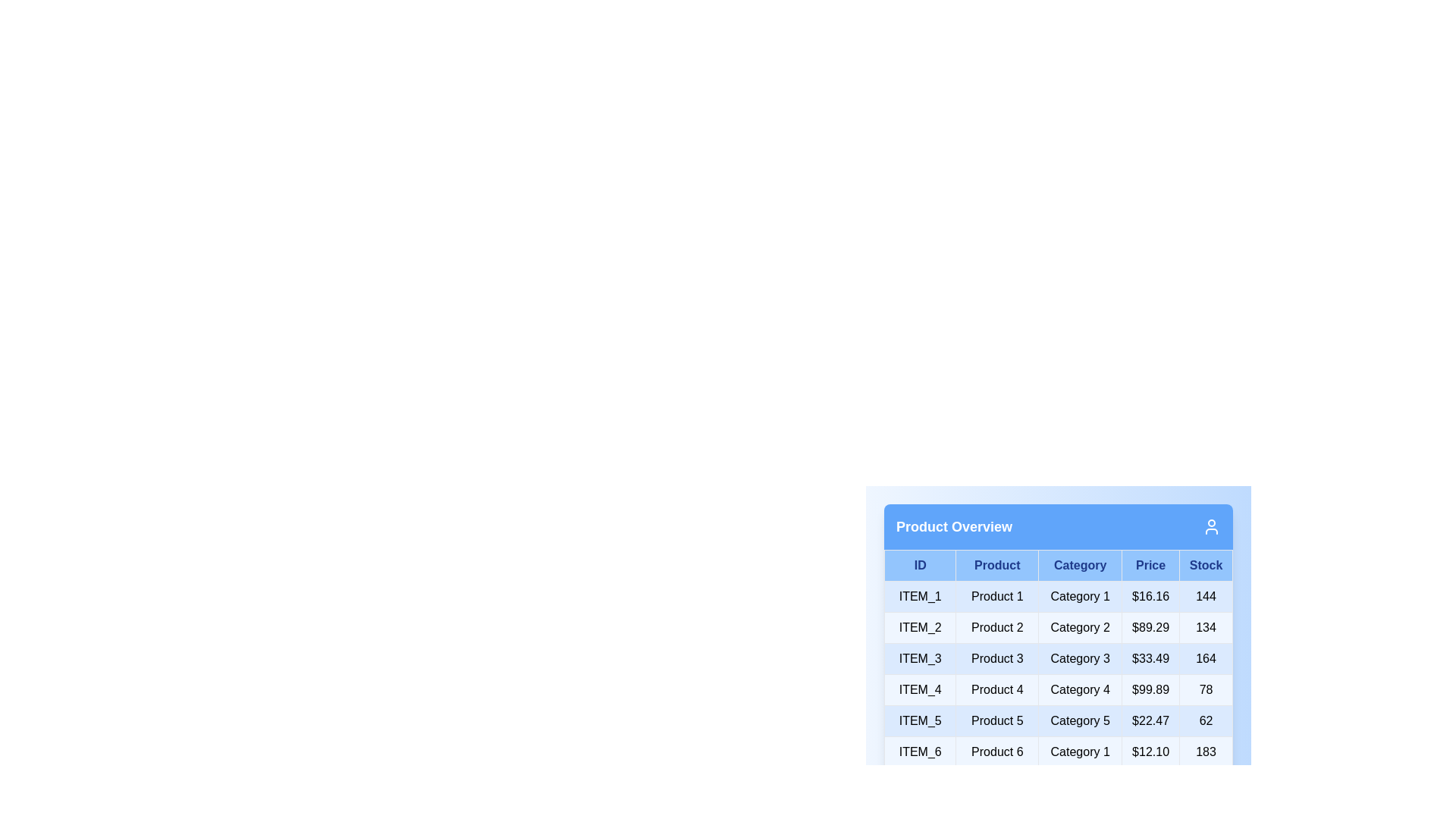  I want to click on the user icon in the header, so click(1211, 526).